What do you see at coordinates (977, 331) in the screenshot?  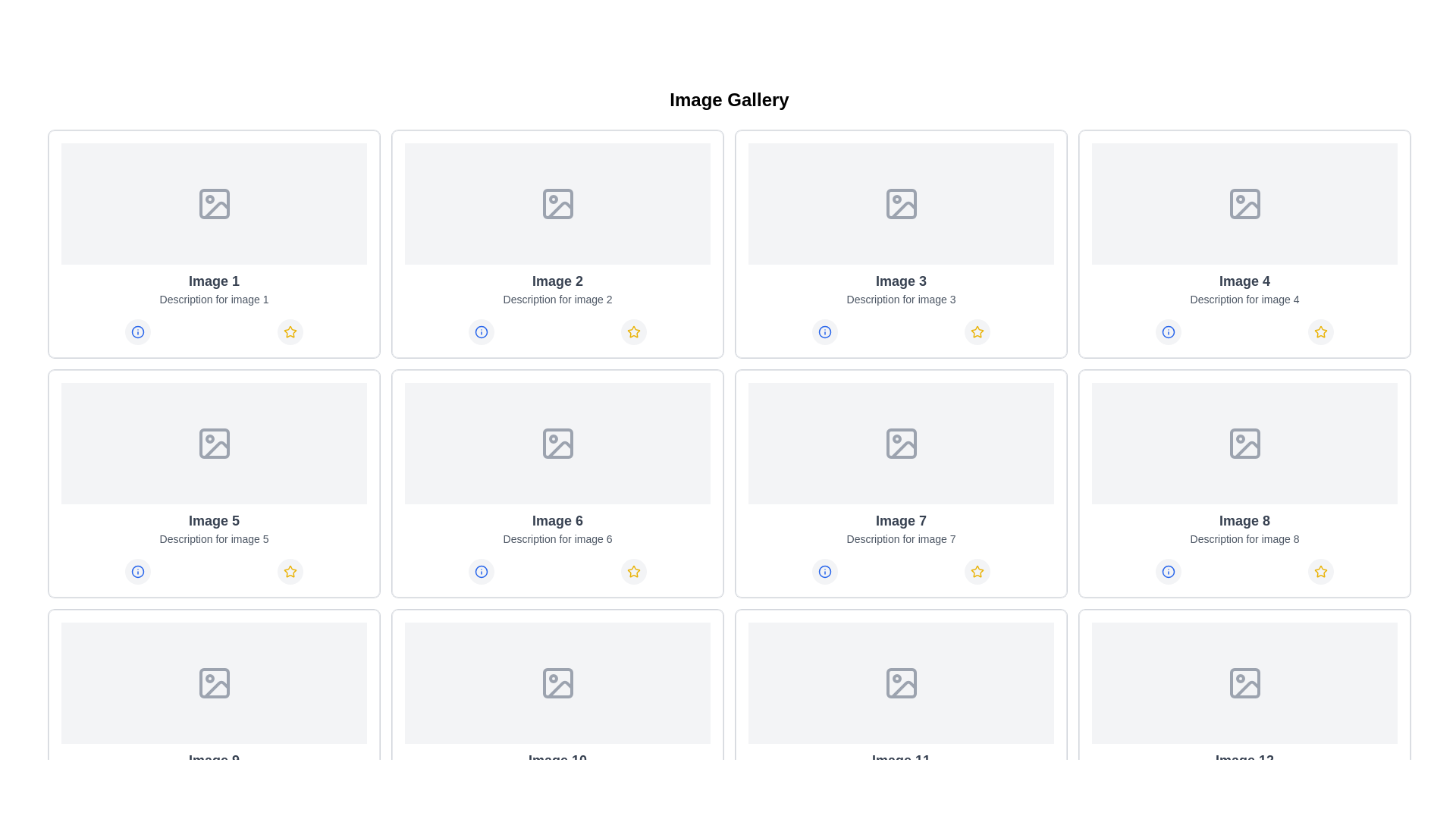 I see `the circular icon with a yellow star symbol, located below the card labeled 'Image 3' in the third column of the image gallery` at bounding box center [977, 331].